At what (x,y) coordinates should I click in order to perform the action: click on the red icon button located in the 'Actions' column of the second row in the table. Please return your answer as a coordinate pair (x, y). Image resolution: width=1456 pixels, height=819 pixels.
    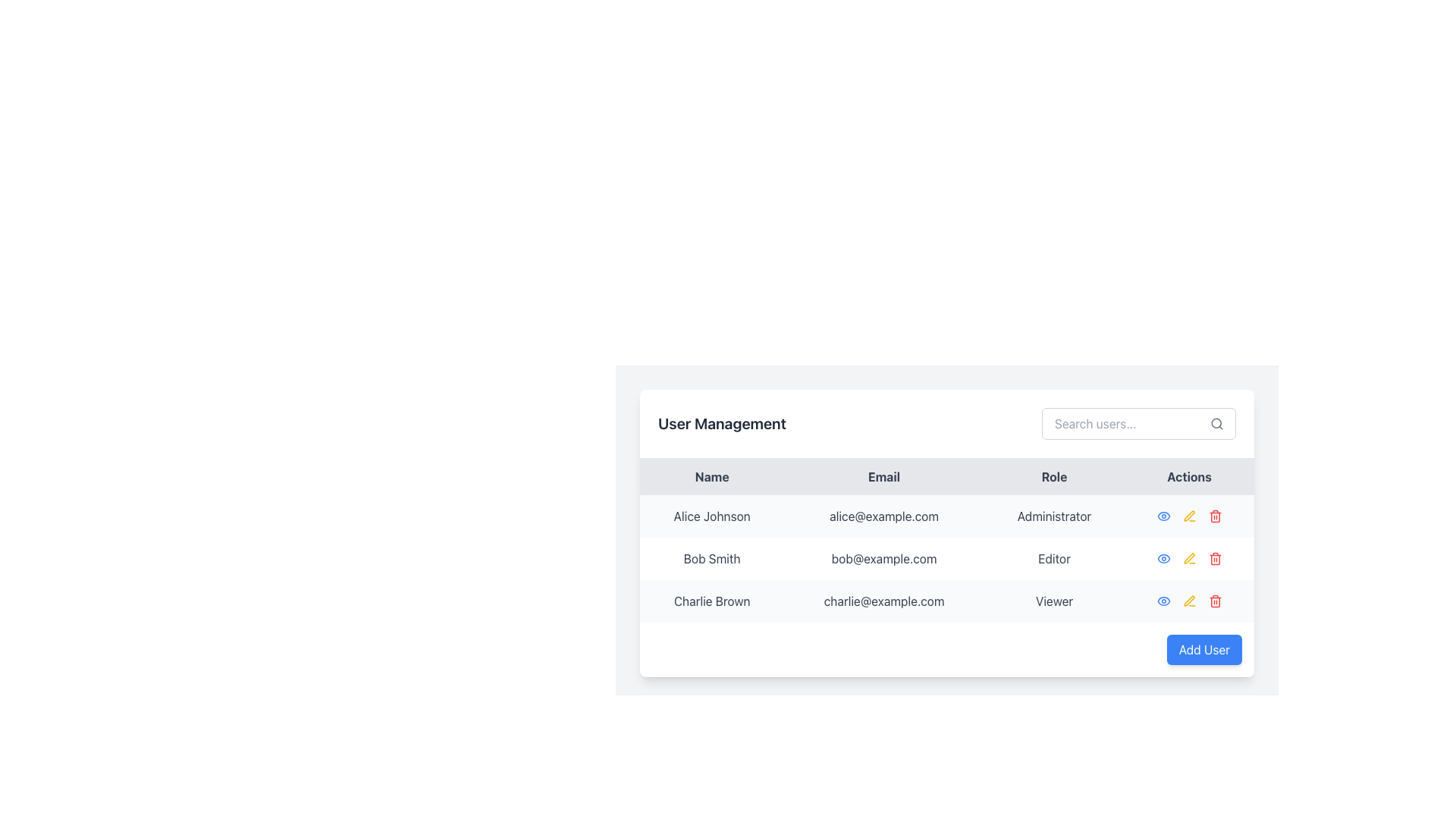
    Looking at the image, I should click on (1215, 558).